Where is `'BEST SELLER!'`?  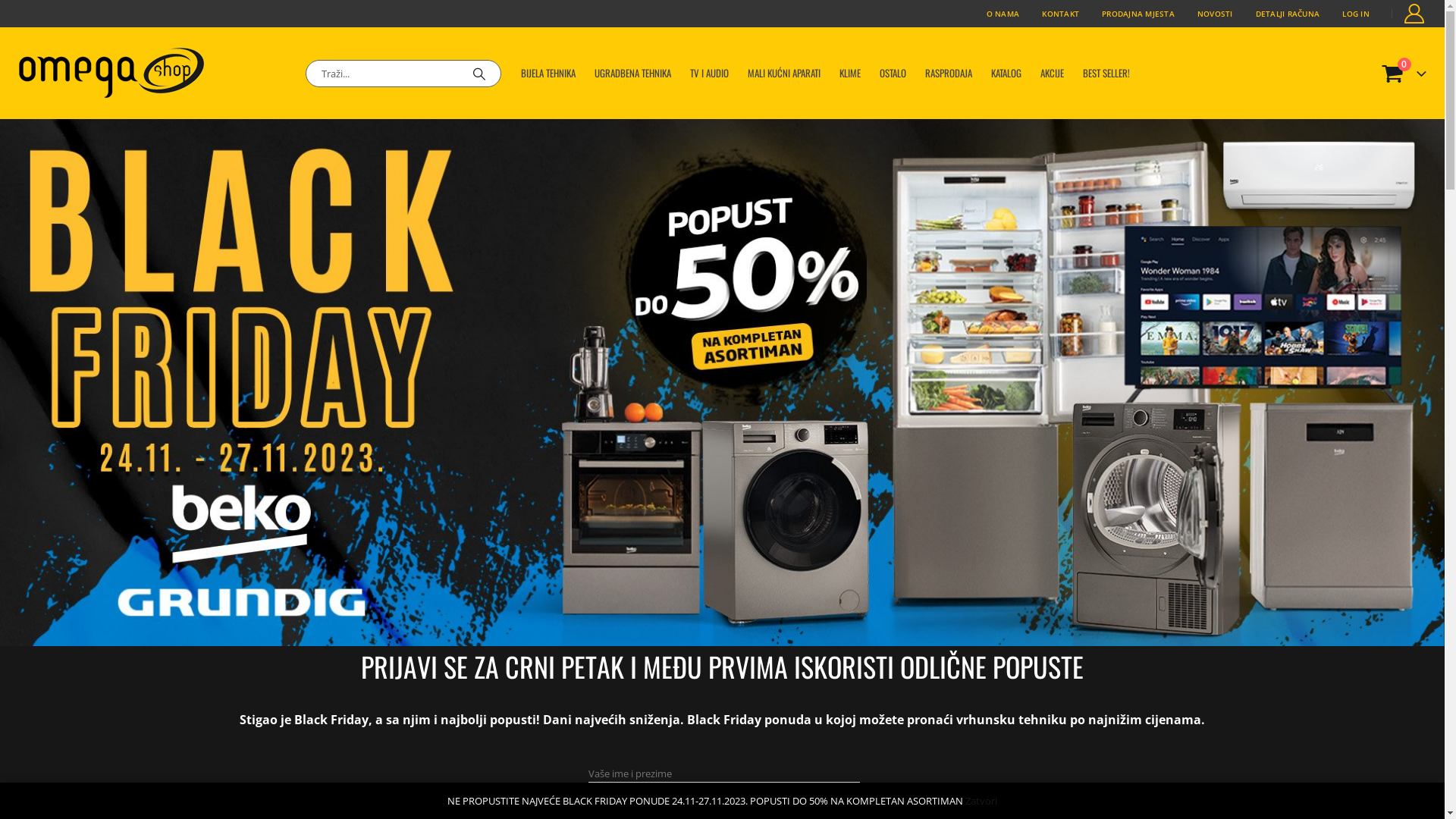
'BEST SELLER!' is located at coordinates (1106, 73).